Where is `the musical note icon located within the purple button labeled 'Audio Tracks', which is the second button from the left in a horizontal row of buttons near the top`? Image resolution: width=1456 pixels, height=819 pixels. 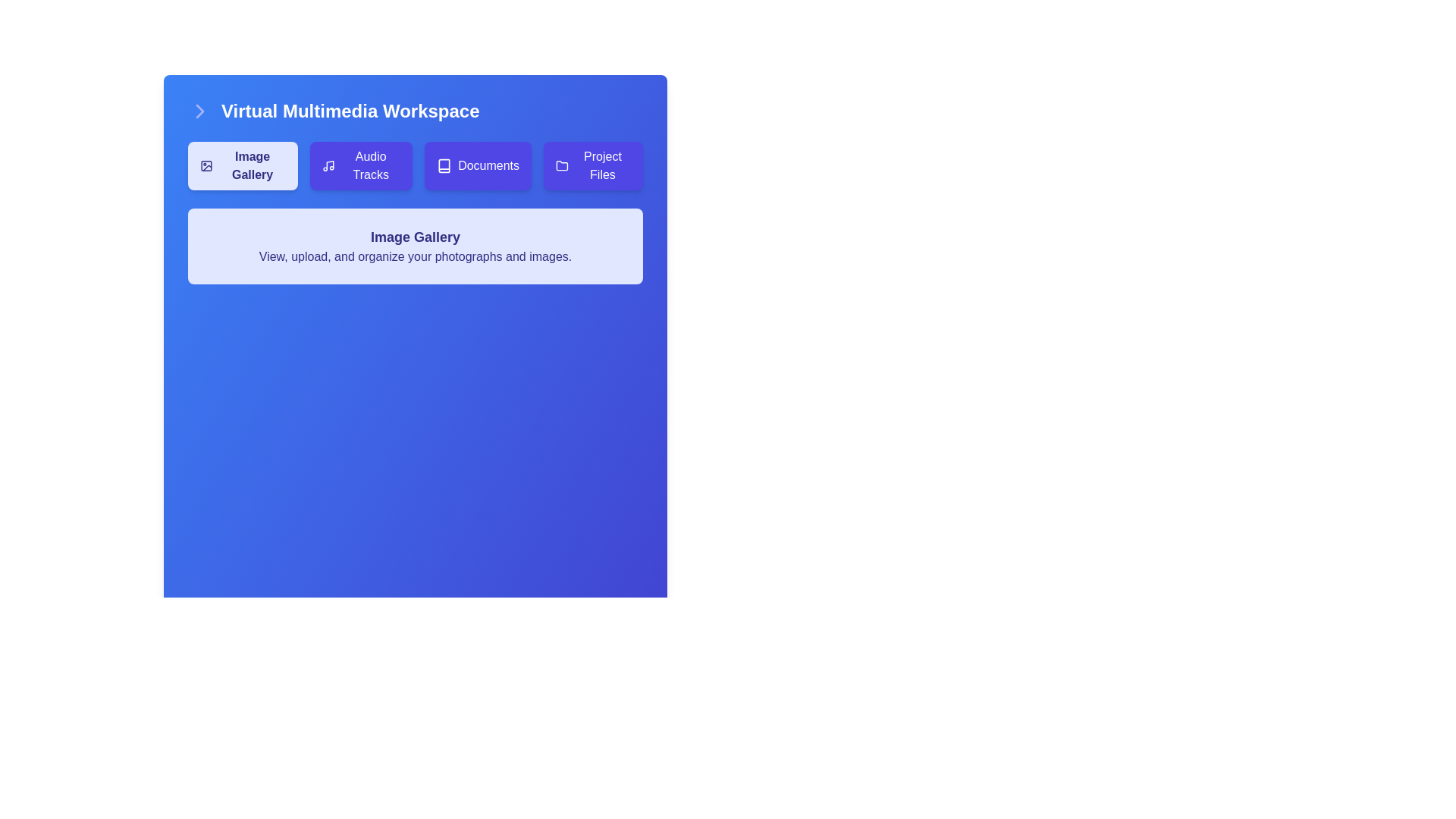 the musical note icon located within the purple button labeled 'Audio Tracks', which is the second button from the left in a horizontal row of buttons near the top is located at coordinates (329, 165).